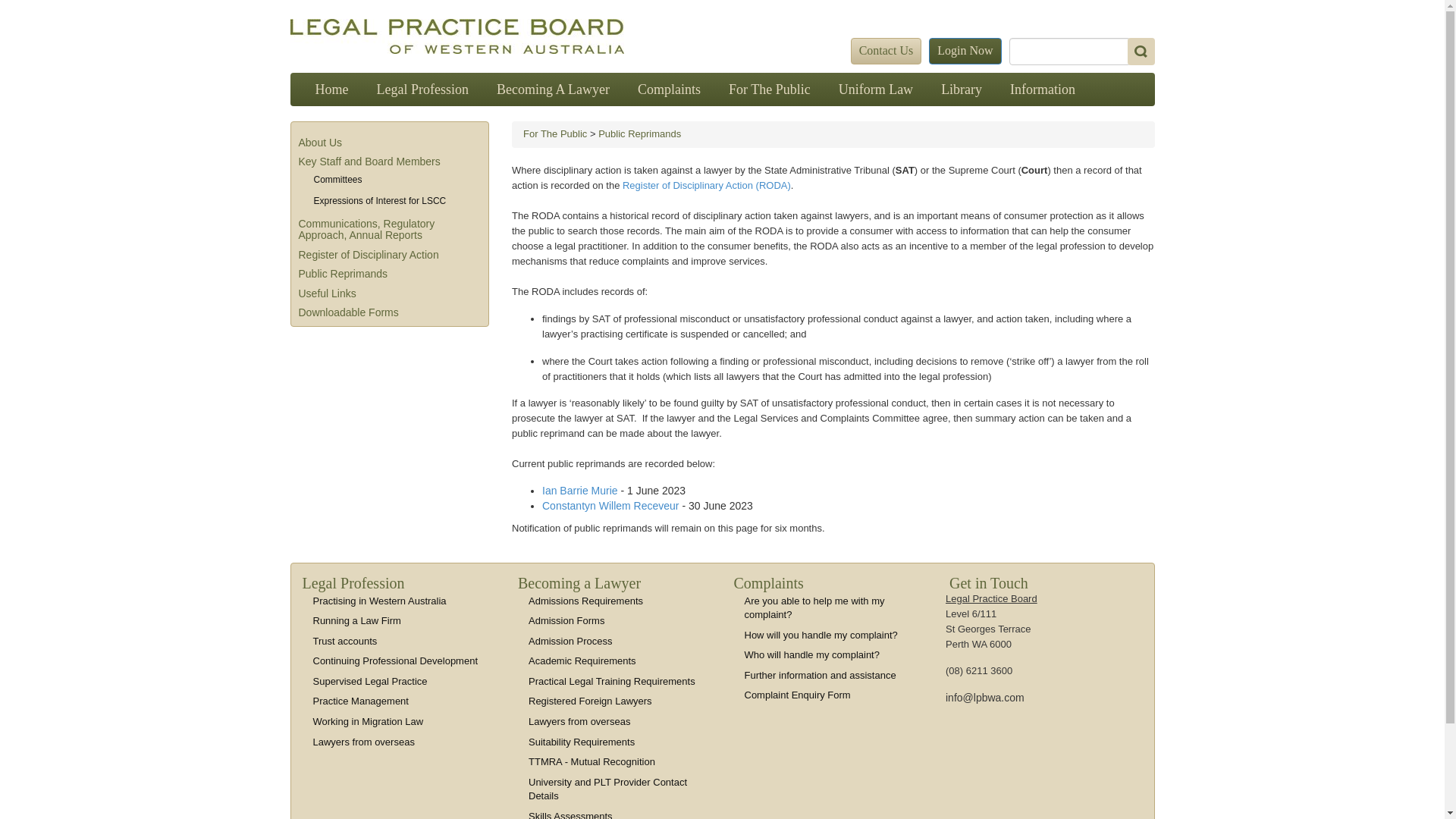 Image resolution: width=1456 pixels, height=819 pixels. I want to click on 'Ian Barrie Murie', so click(580, 491).